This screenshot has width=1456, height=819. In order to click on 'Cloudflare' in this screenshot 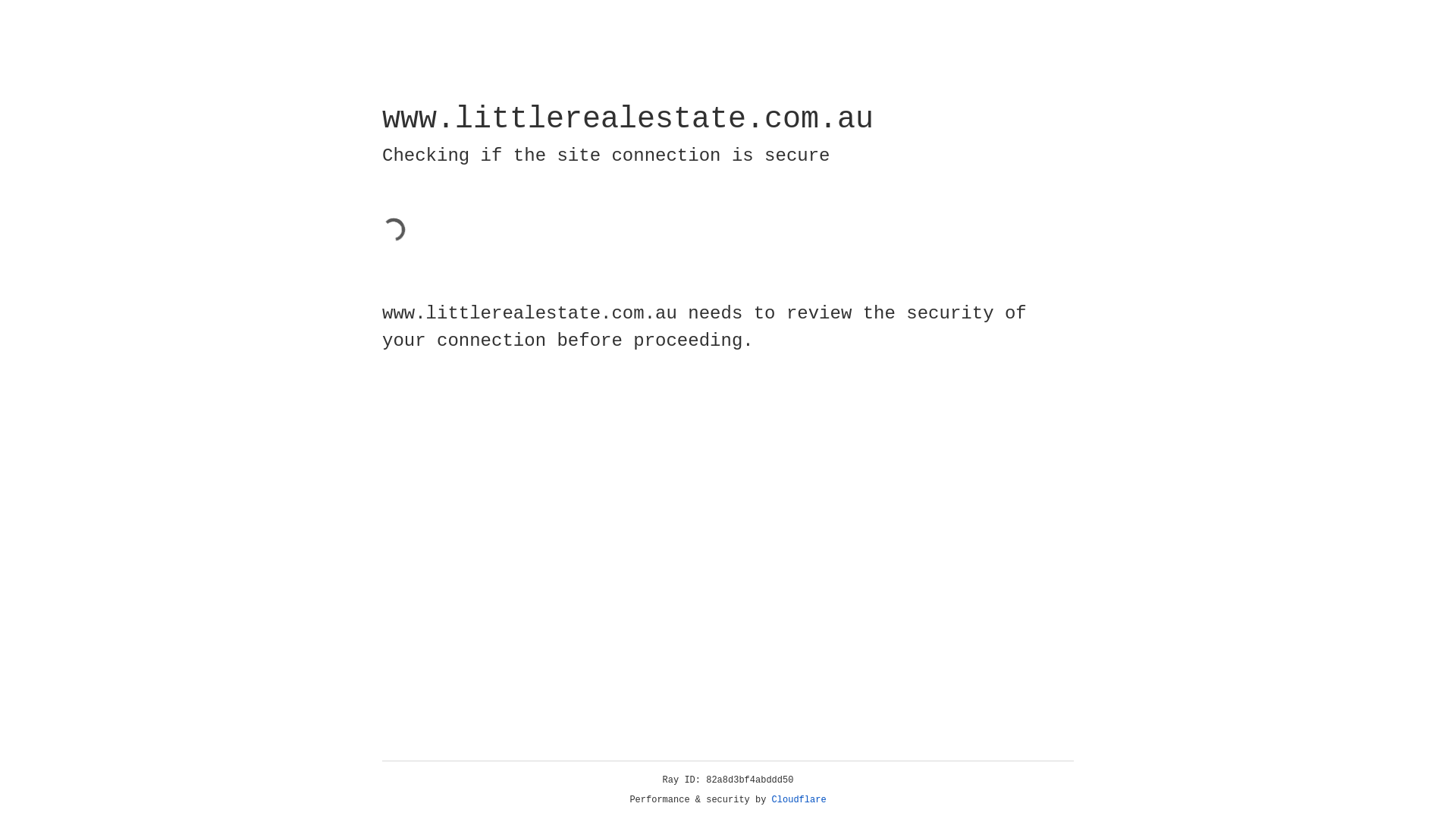, I will do `click(771, 799)`.